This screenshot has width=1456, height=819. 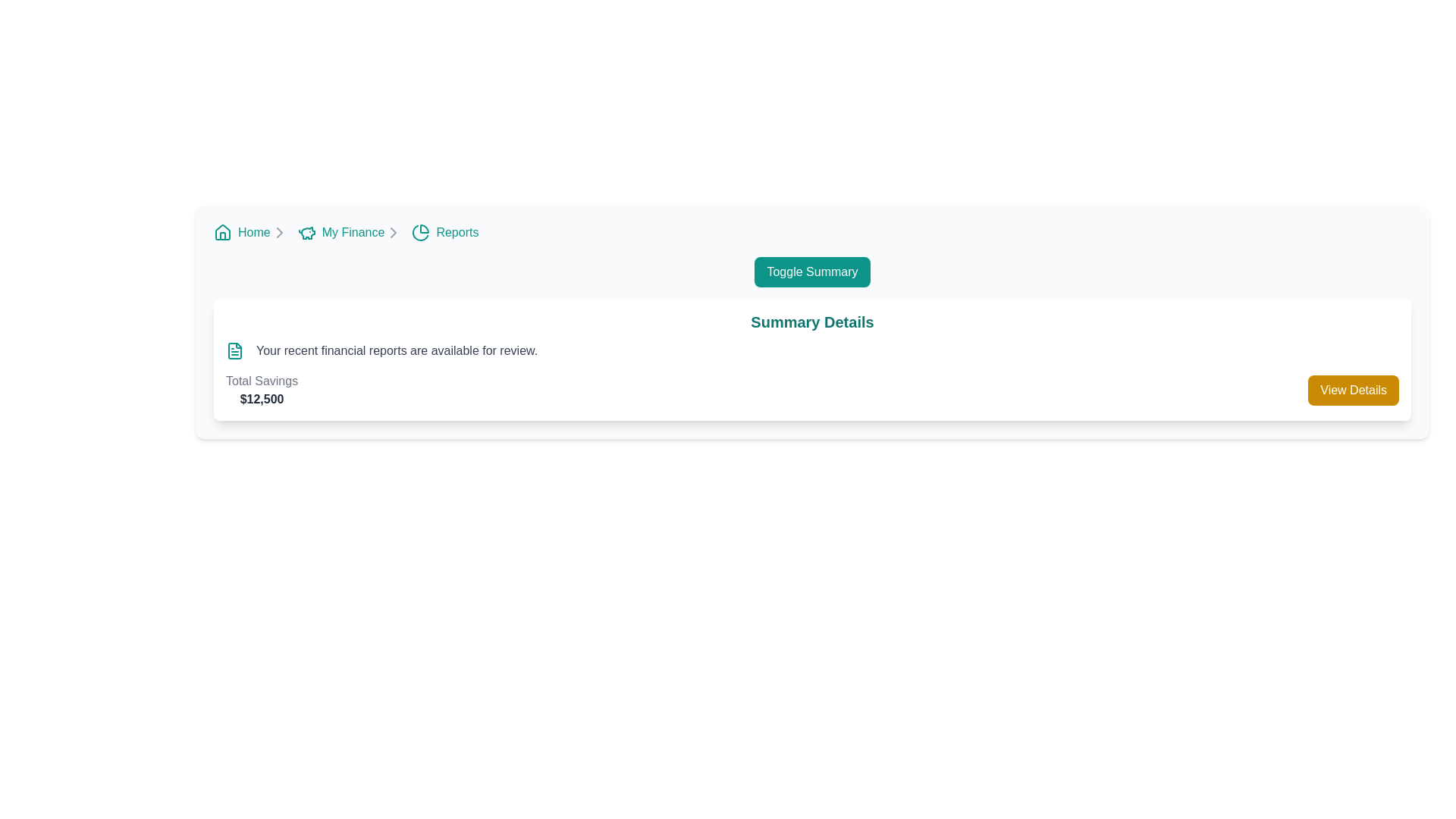 What do you see at coordinates (262, 399) in the screenshot?
I see `the Text Display that shows the total savings amount of "$12,500" located in the lower-left portion of the interface, directly underneath the label "Total Savings."` at bounding box center [262, 399].